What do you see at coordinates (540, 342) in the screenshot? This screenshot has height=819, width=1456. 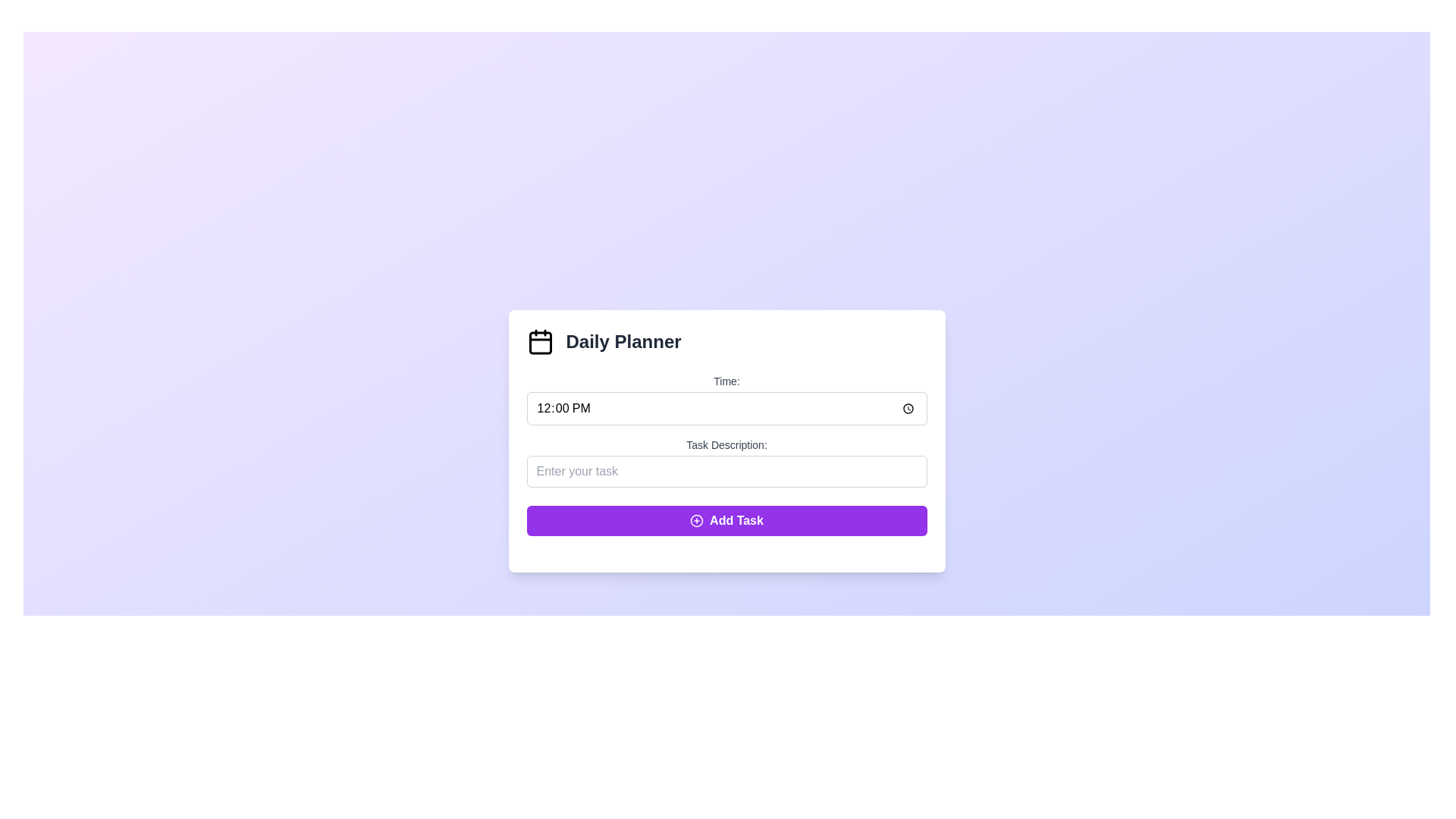 I see `the icon representing the 'Daily Planner' section located in the header, which is on the left side next to the text 'Daily Planner'` at bounding box center [540, 342].